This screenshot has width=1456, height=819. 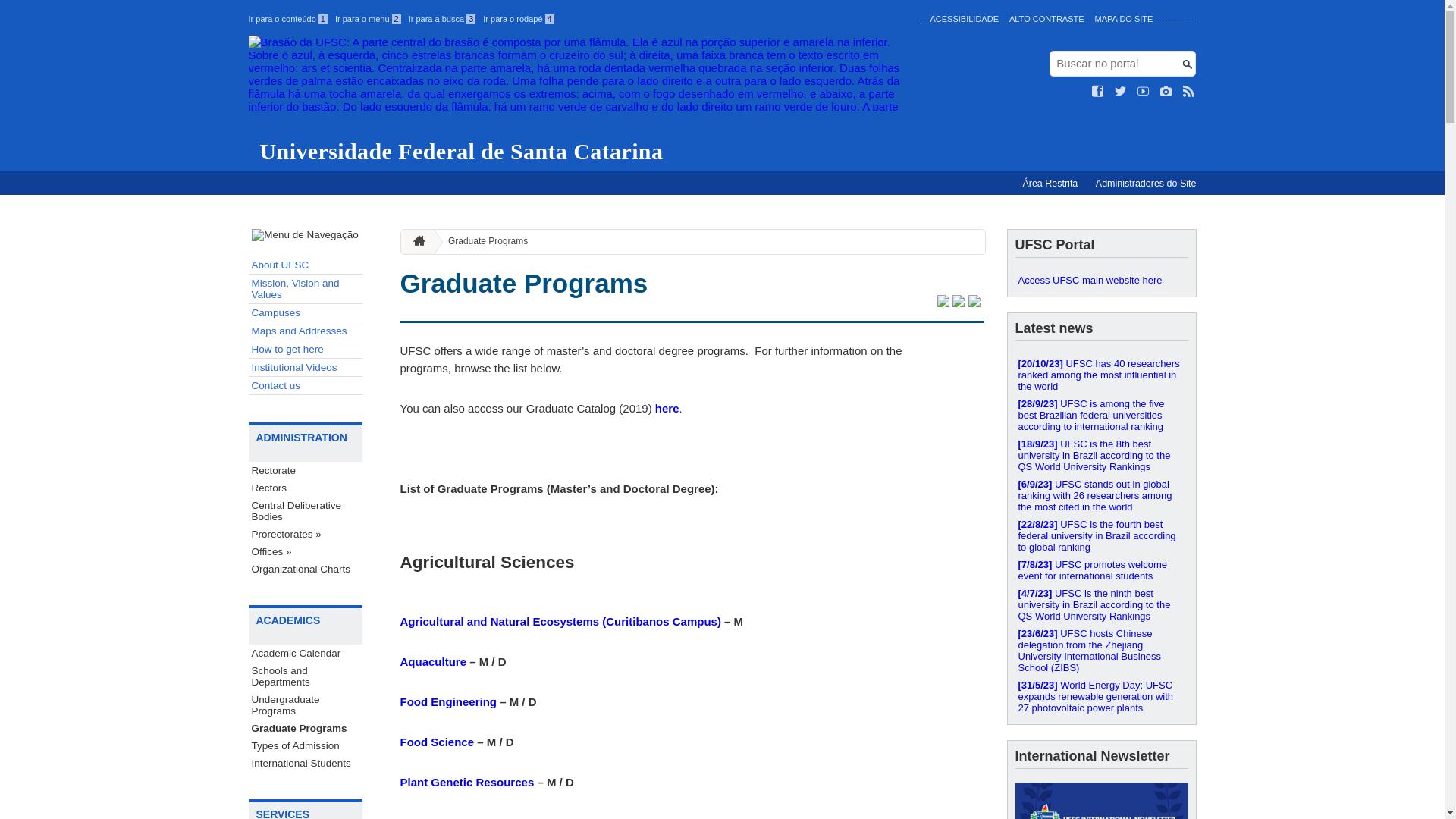 I want to click on 'here', so click(x=667, y=407).